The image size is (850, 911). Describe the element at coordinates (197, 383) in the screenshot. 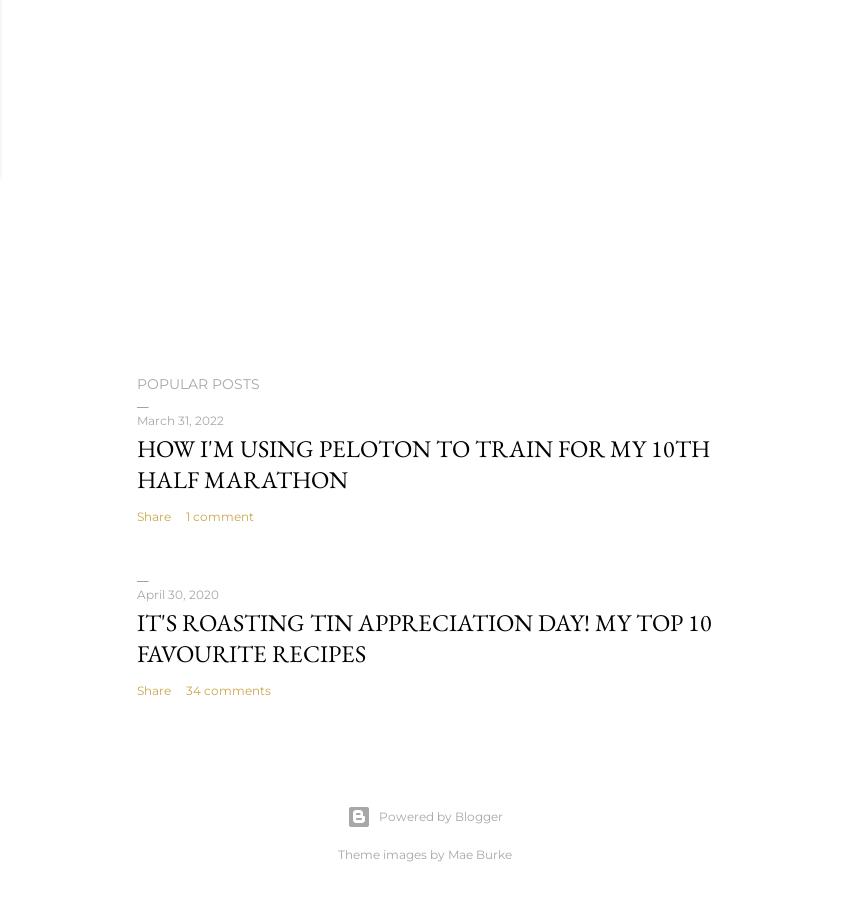

I see `'Popular Posts'` at that location.